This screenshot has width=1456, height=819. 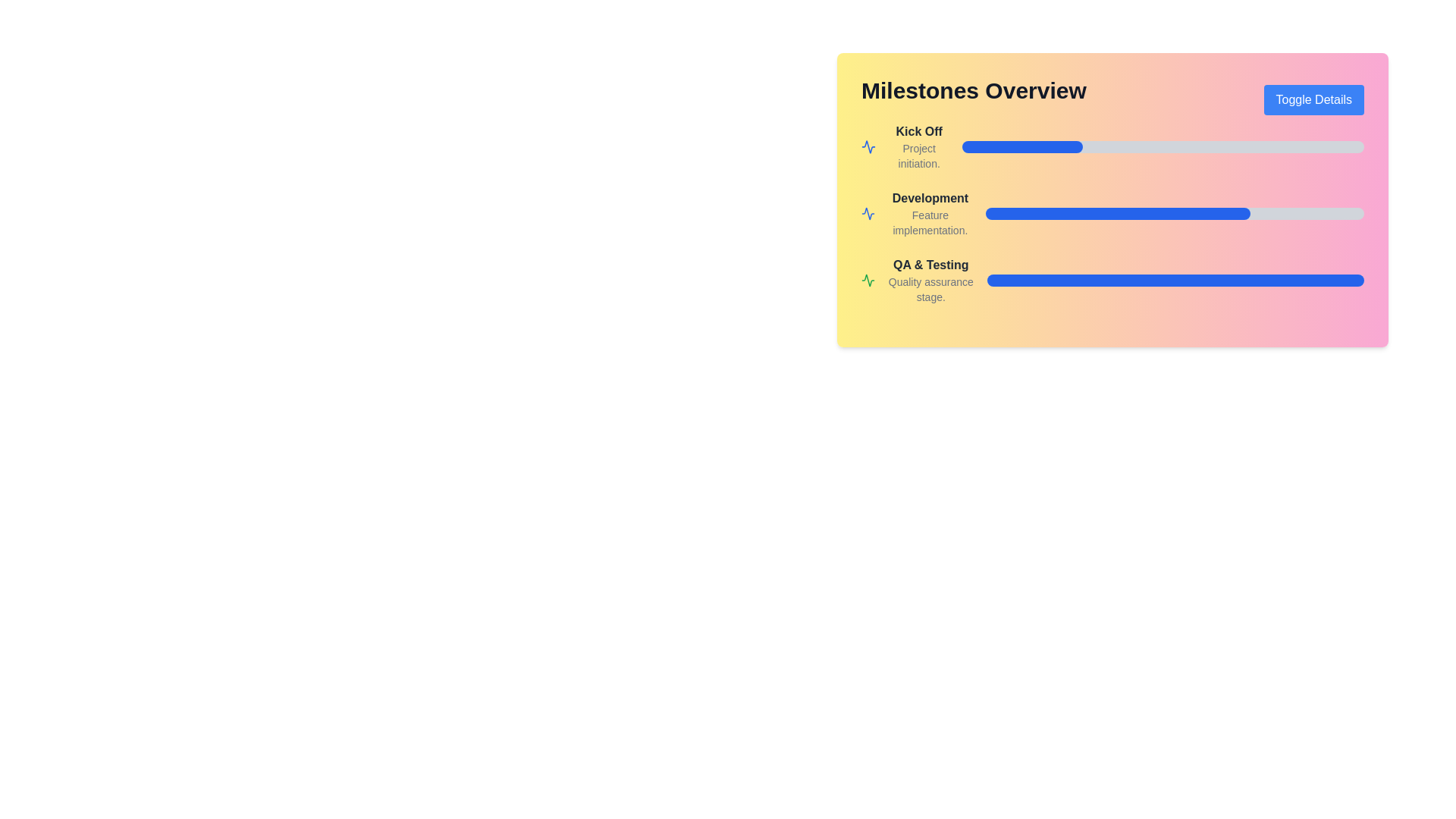 I want to click on text label 'QA & Testing' which is a bold text element styled with medium-sized typography, positioned prominently in the Milestones Overview section, so click(x=930, y=265).